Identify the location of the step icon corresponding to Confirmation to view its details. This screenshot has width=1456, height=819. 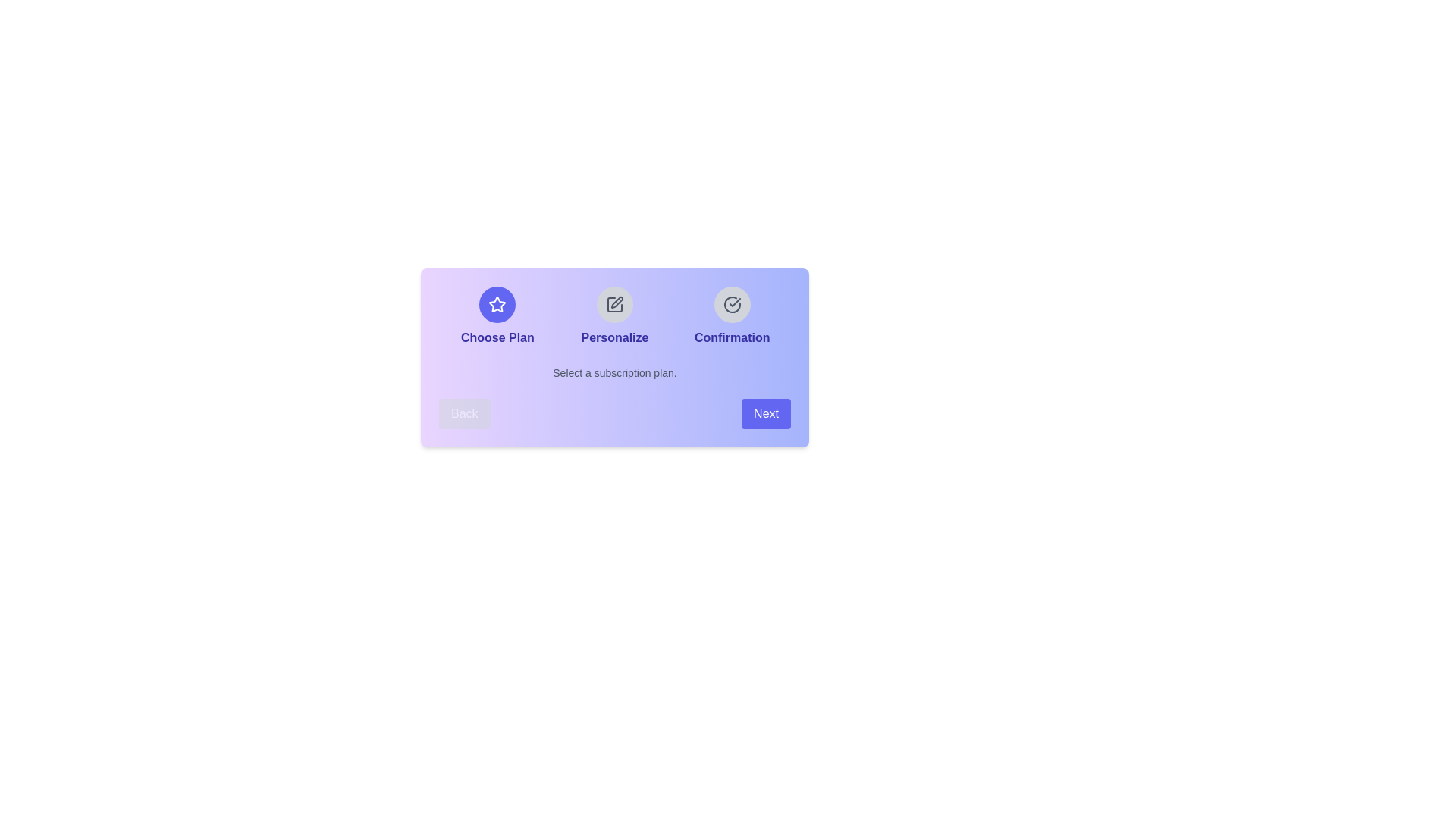
(731, 304).